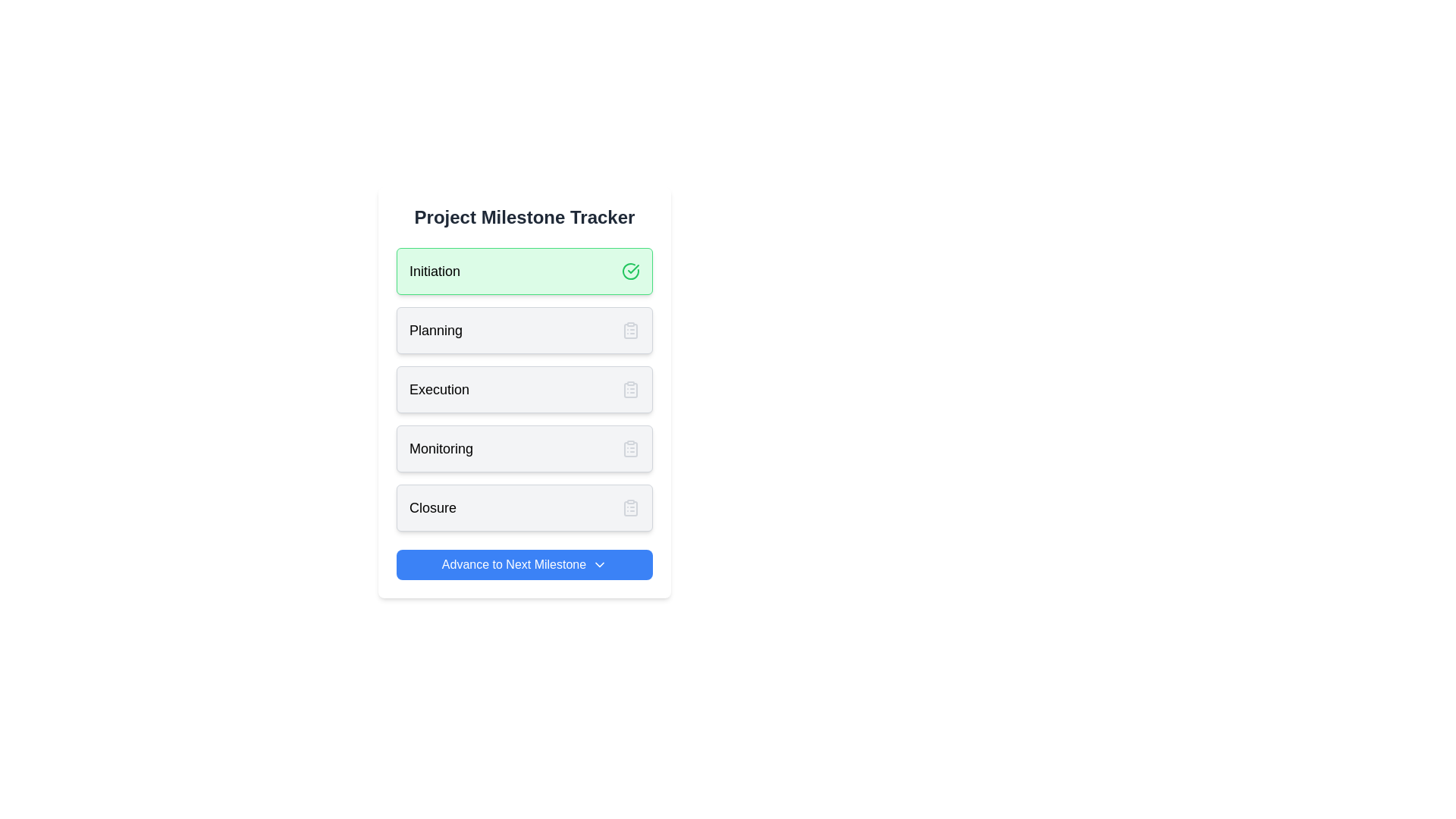 The width and height of the screenshot is (1456, 819). What do you see at coordinates (524, 564) in the screenshot?
I see `the button labeled 'Advance to Next Milestone' with a blue background to advance` at bounding box center [524, 564].